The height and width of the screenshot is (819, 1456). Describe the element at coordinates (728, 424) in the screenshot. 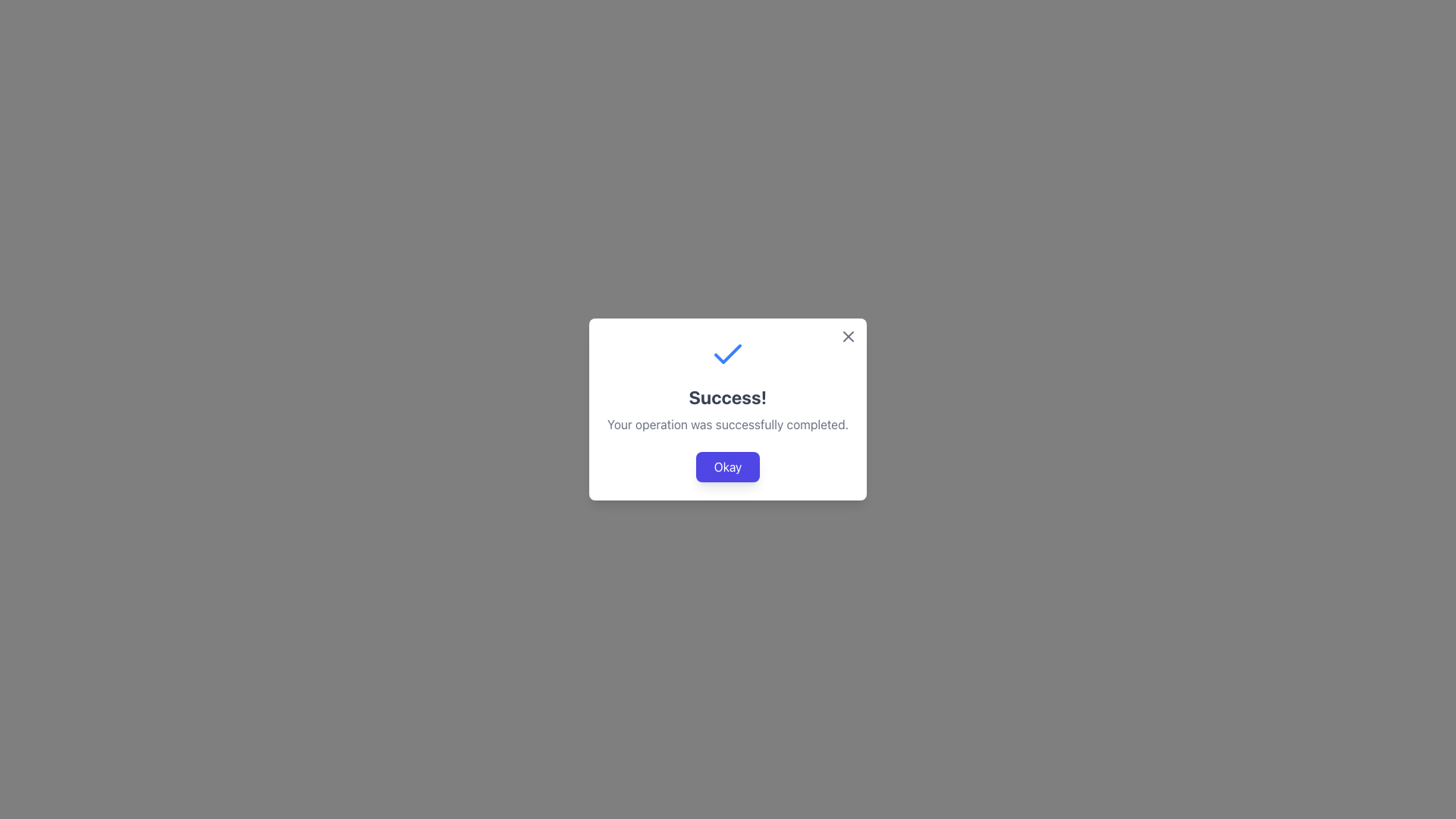

I see `confirmation message displayed below the bold header text 'Success!' in the centered modal dialog box` at that location.